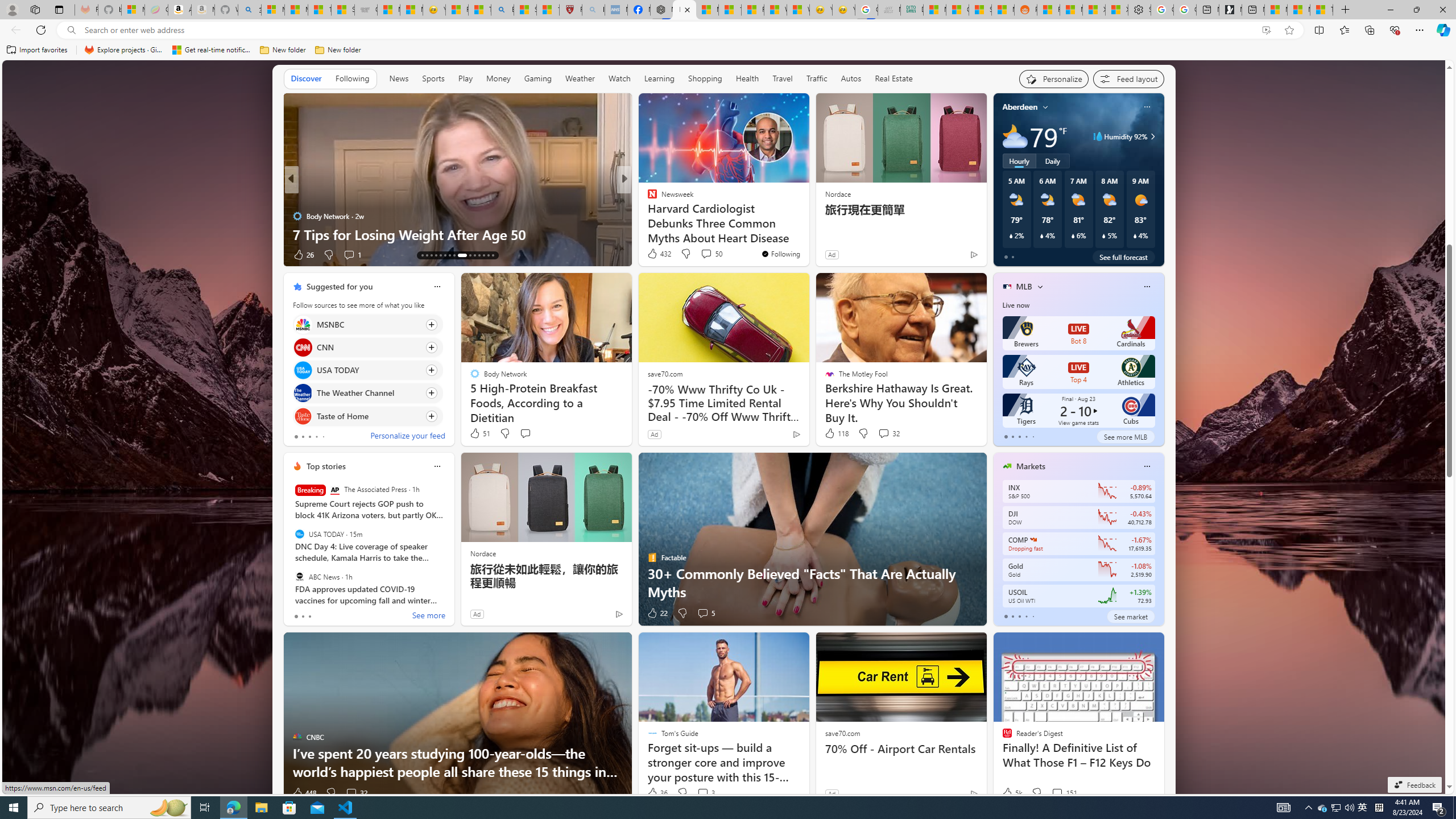 The image size is (1456, 819). I want to click on 'Gaming', so click(537, 78).